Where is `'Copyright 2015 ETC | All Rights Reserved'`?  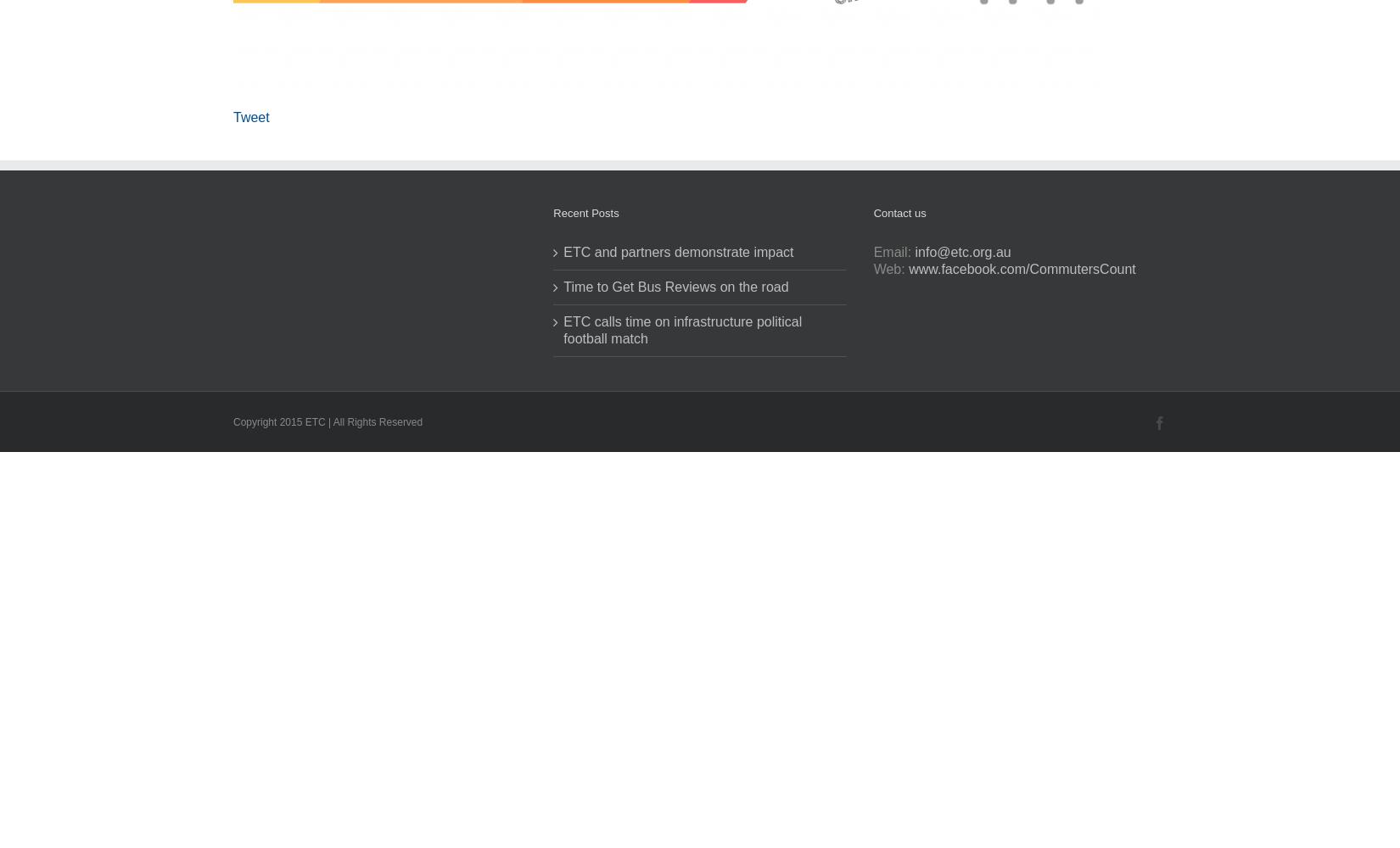 'Copyright 2015 ETC | All Rights Reserved' is located at coordinates (328, 421).